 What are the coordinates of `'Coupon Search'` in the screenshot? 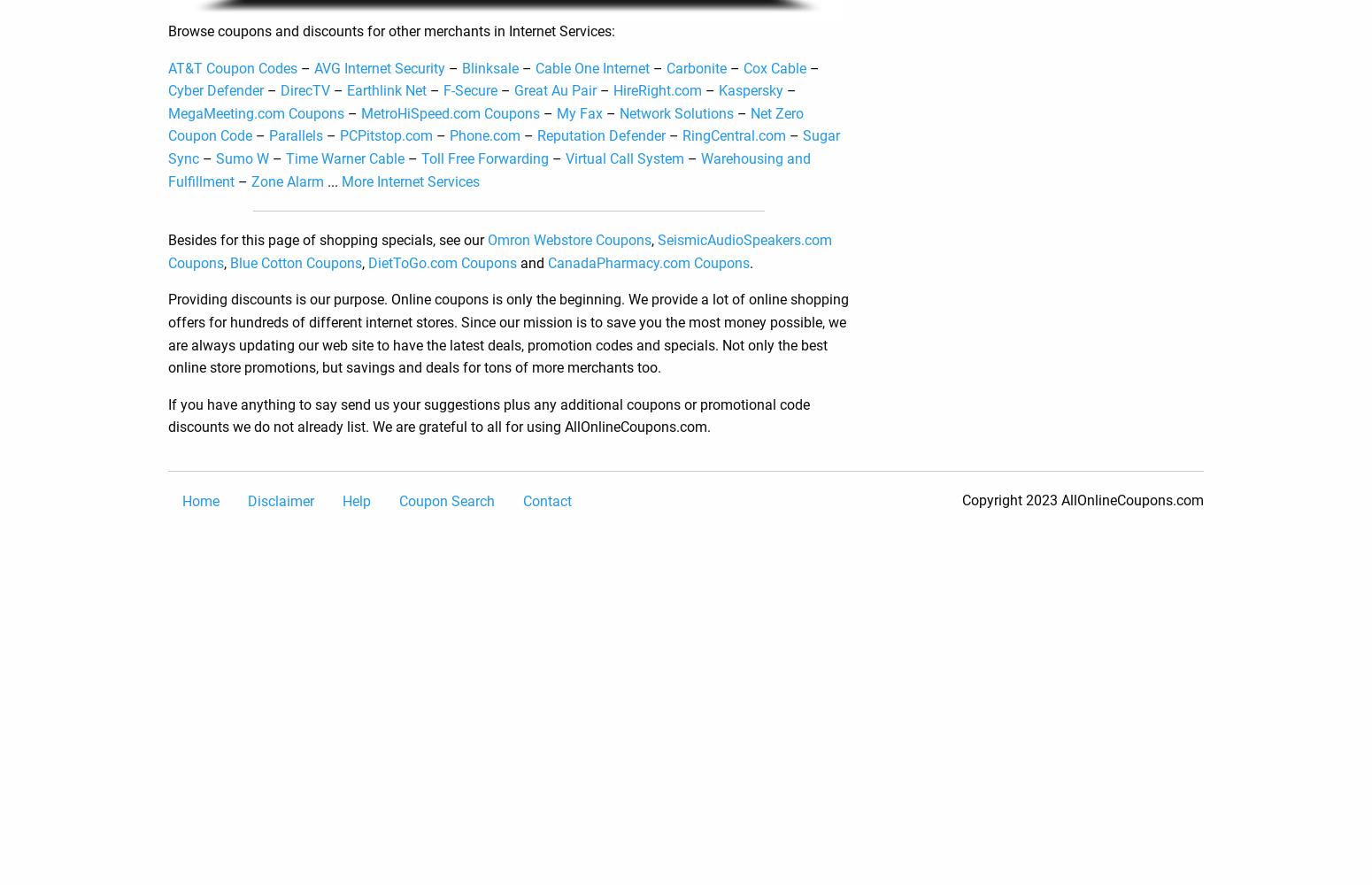 It's located at (445, 500).